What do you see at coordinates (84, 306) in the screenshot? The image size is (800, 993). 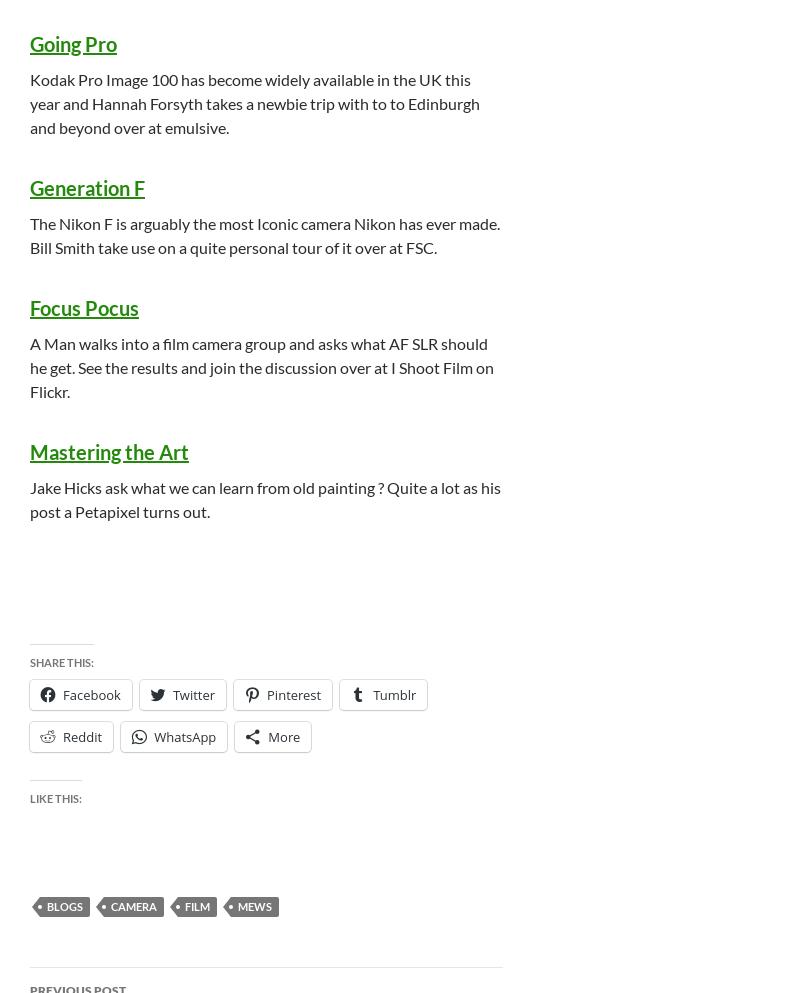 I see `'Focus Pocus'` at bounding box center [84, 306].